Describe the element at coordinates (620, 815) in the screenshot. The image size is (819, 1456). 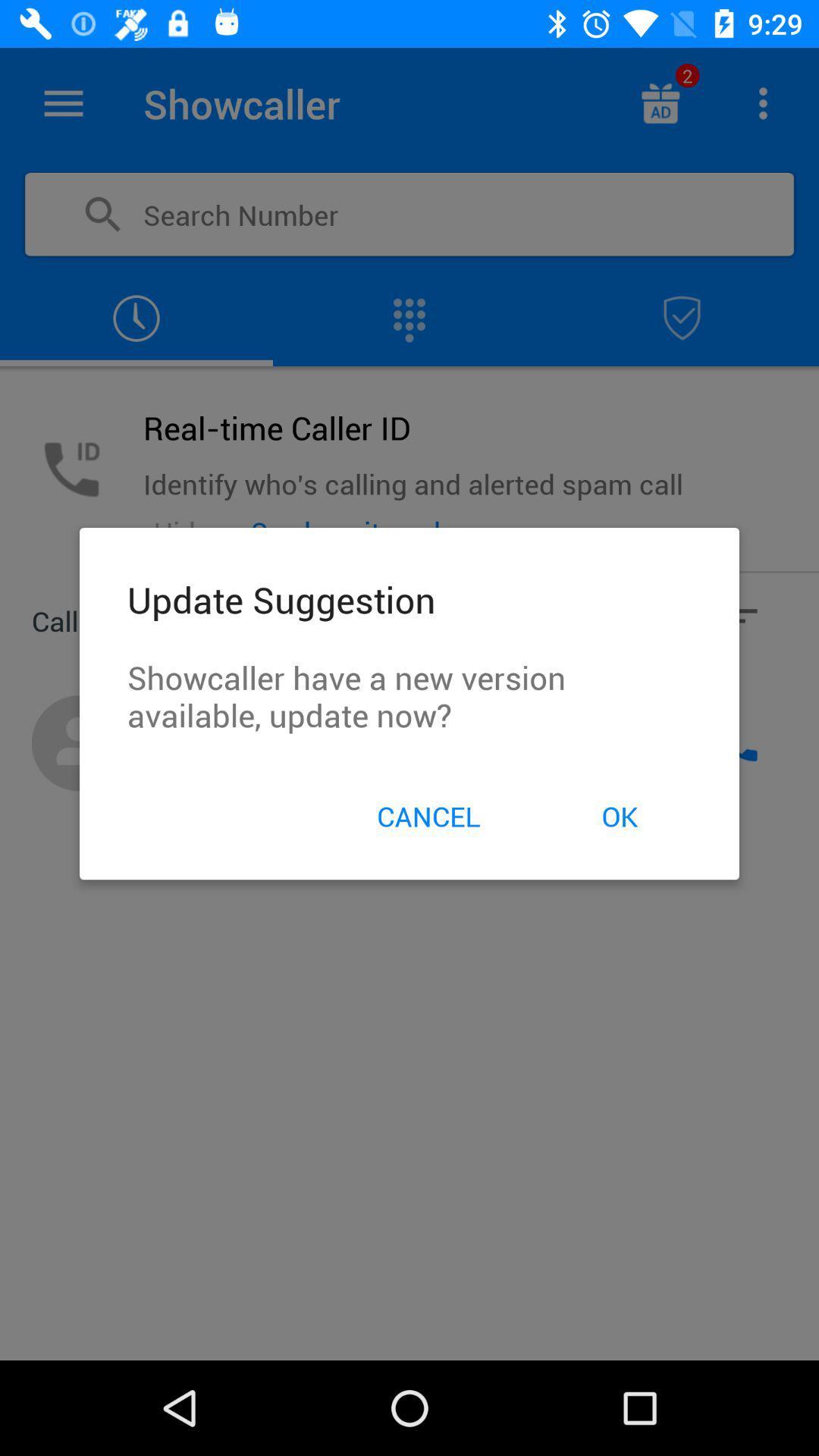
I see `ok item` at that location.